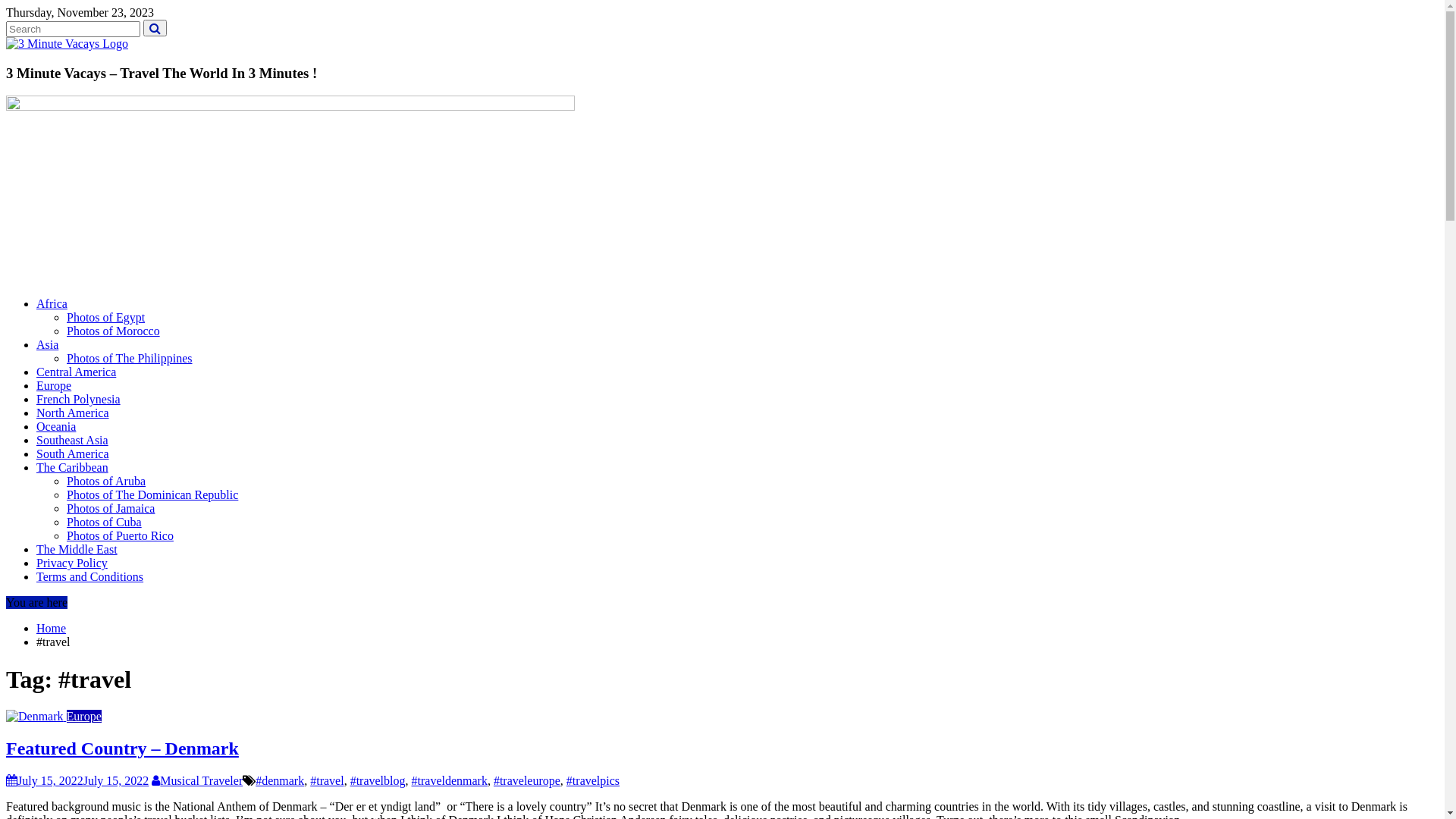 The width and height of the screenshot is (1456, 819). I want to click on 'Photos of Aruba', so click(65, 481).